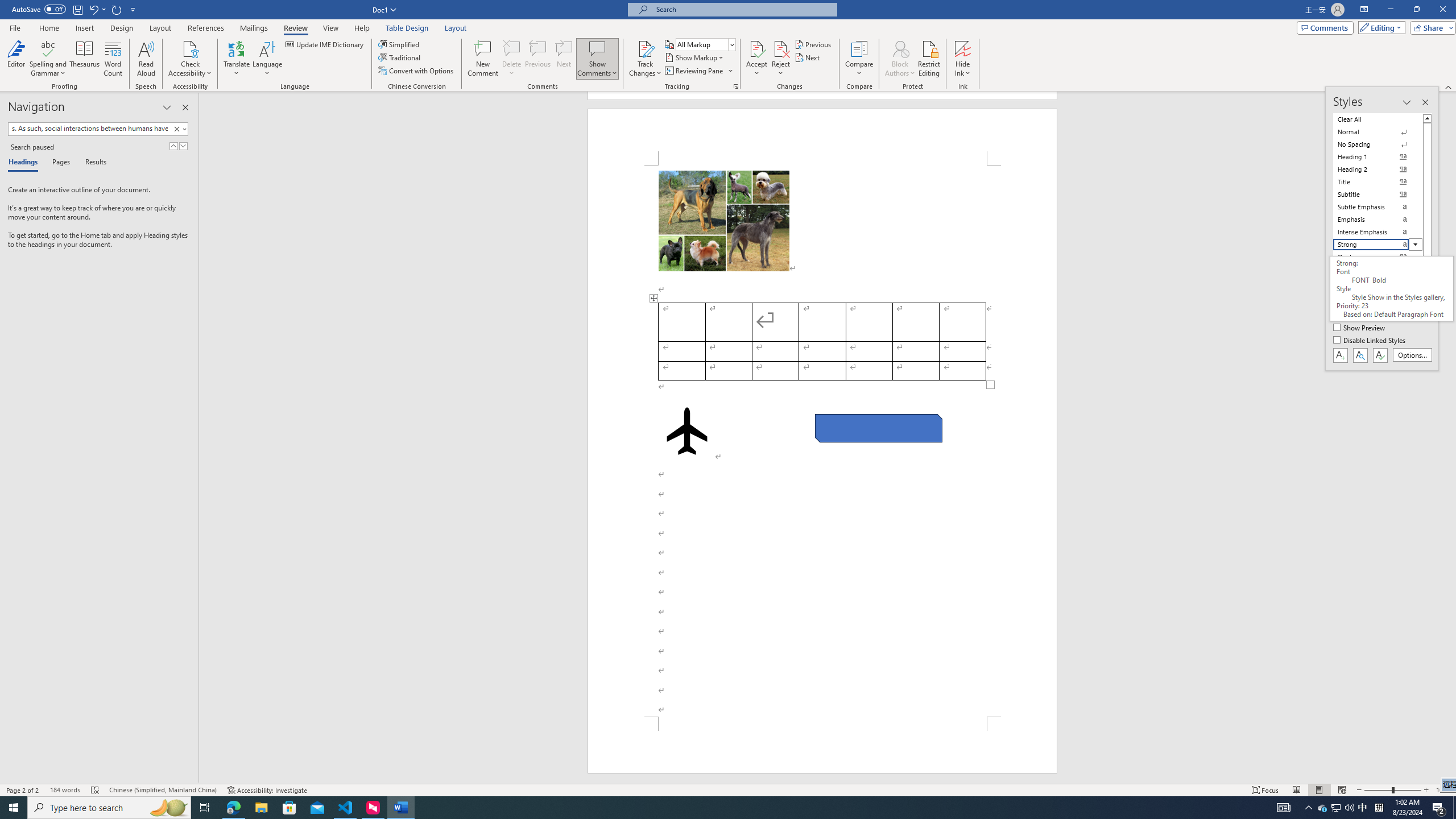 This screenshot has height=819, width=1456. Describe the element at coordinates (822, 440) in the screenshot. I see `'Page 2 content'` at that location.